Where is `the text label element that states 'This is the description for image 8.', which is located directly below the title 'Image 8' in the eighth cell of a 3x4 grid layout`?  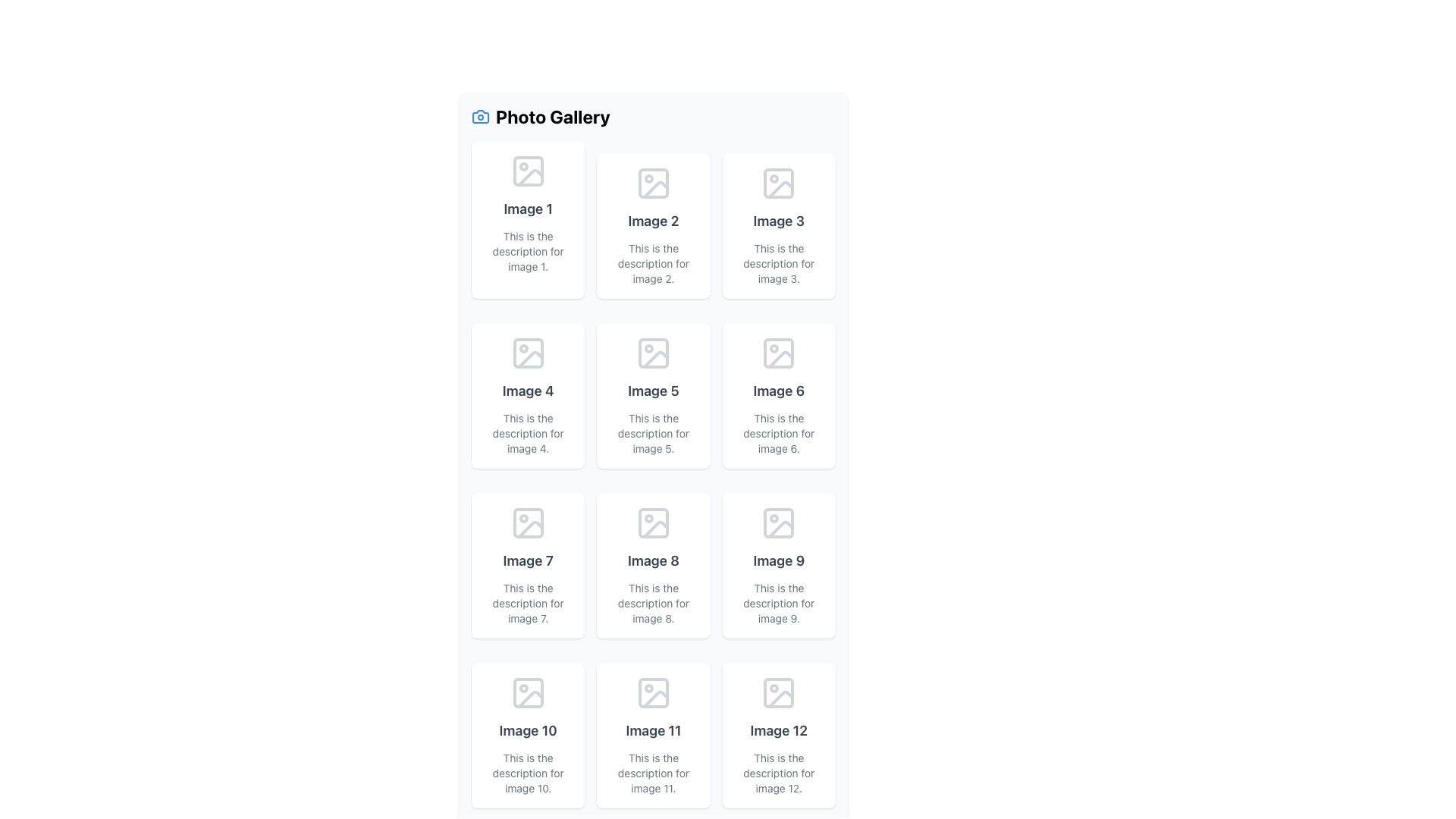
the text label element that states 'This is the description for image 8.', which is located directly below the title 'Image 8' in the eighth cell of a 3x4 grid layout is located at coordinates (654, 602).